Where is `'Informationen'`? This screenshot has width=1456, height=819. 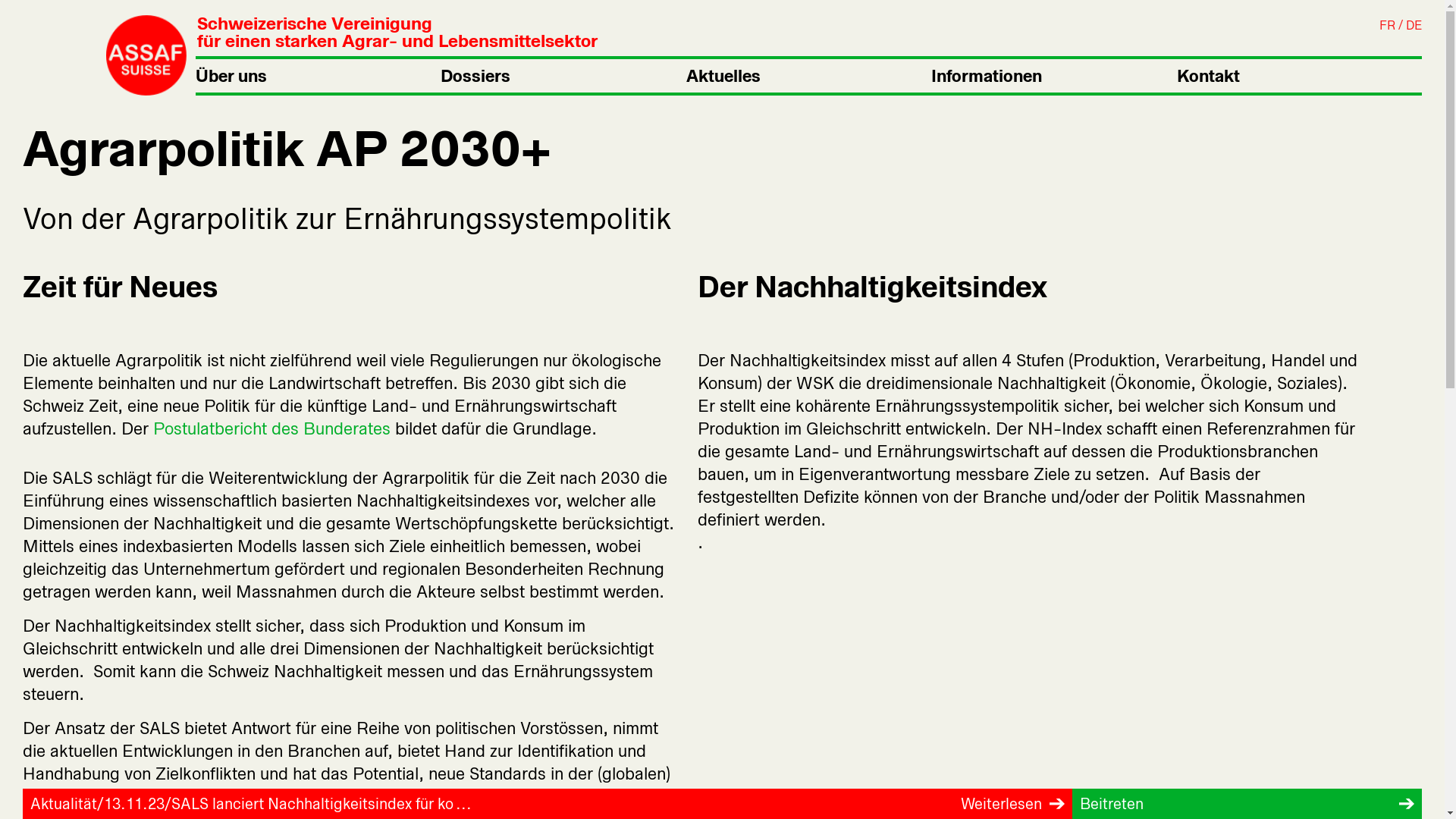
'Informationen' is located at coordinates (930, 76).